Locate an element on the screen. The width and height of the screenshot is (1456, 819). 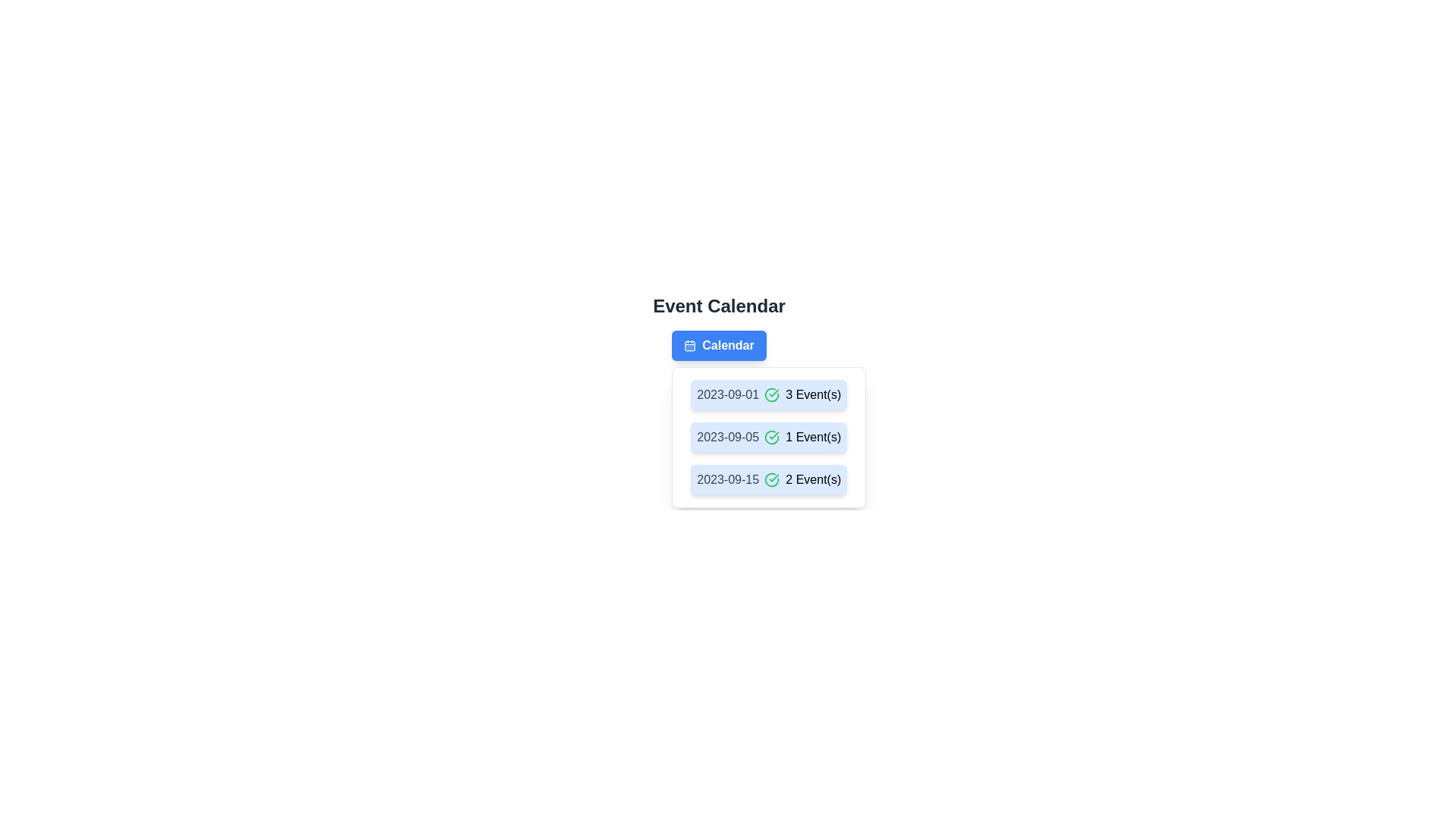
the third clickable list item representing events scheduled for the date '2023-09-15' is located at coordinates (769, 479).